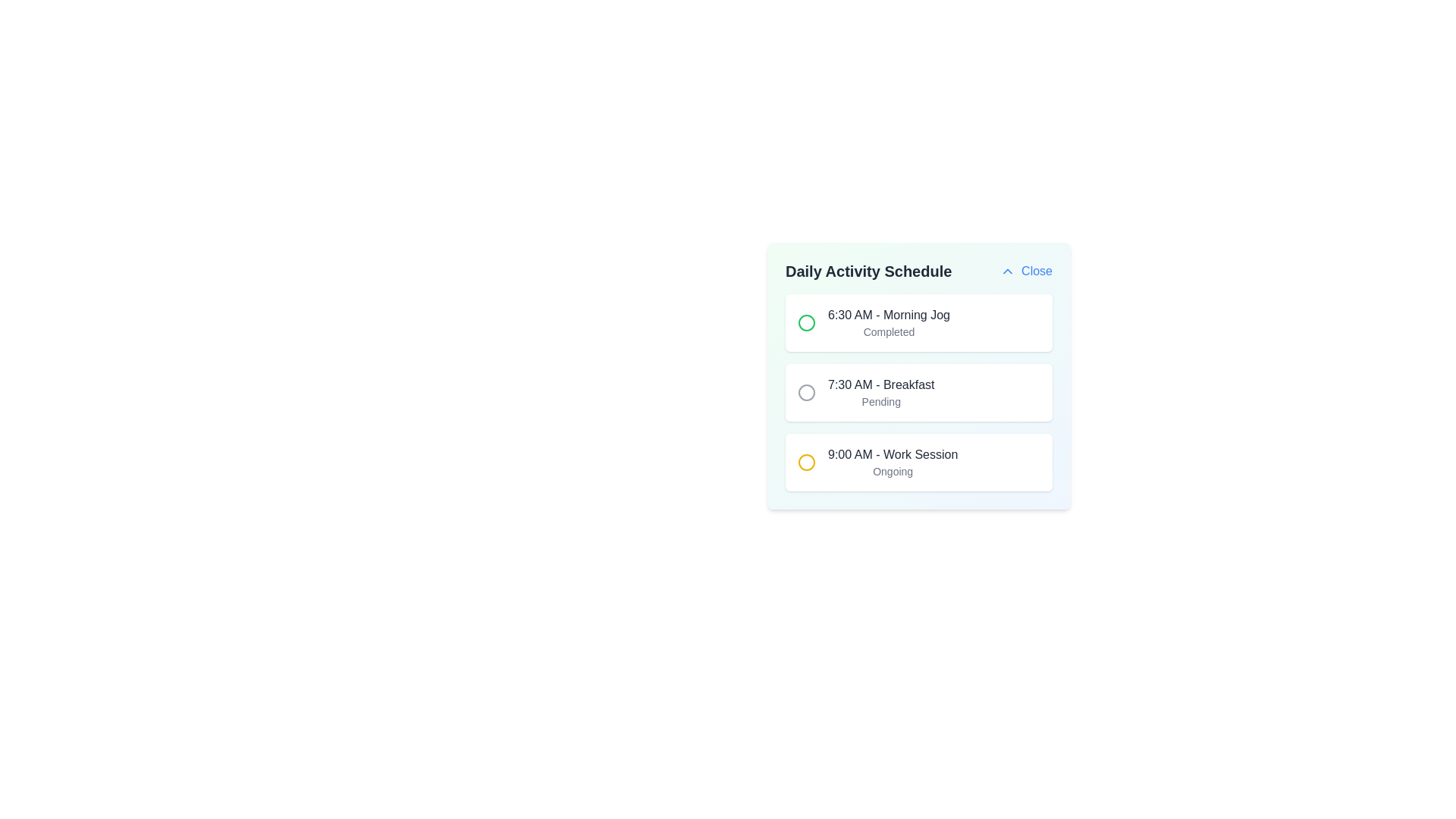  Describe the element at coordinates (806, 391) in the screenshot. I see `the circular gray icon positioned at the start of the list entry for '7:30 AM - Breakfast Pending' within the 'Daily Activity Schedule' panel to check its status indication` at that location.